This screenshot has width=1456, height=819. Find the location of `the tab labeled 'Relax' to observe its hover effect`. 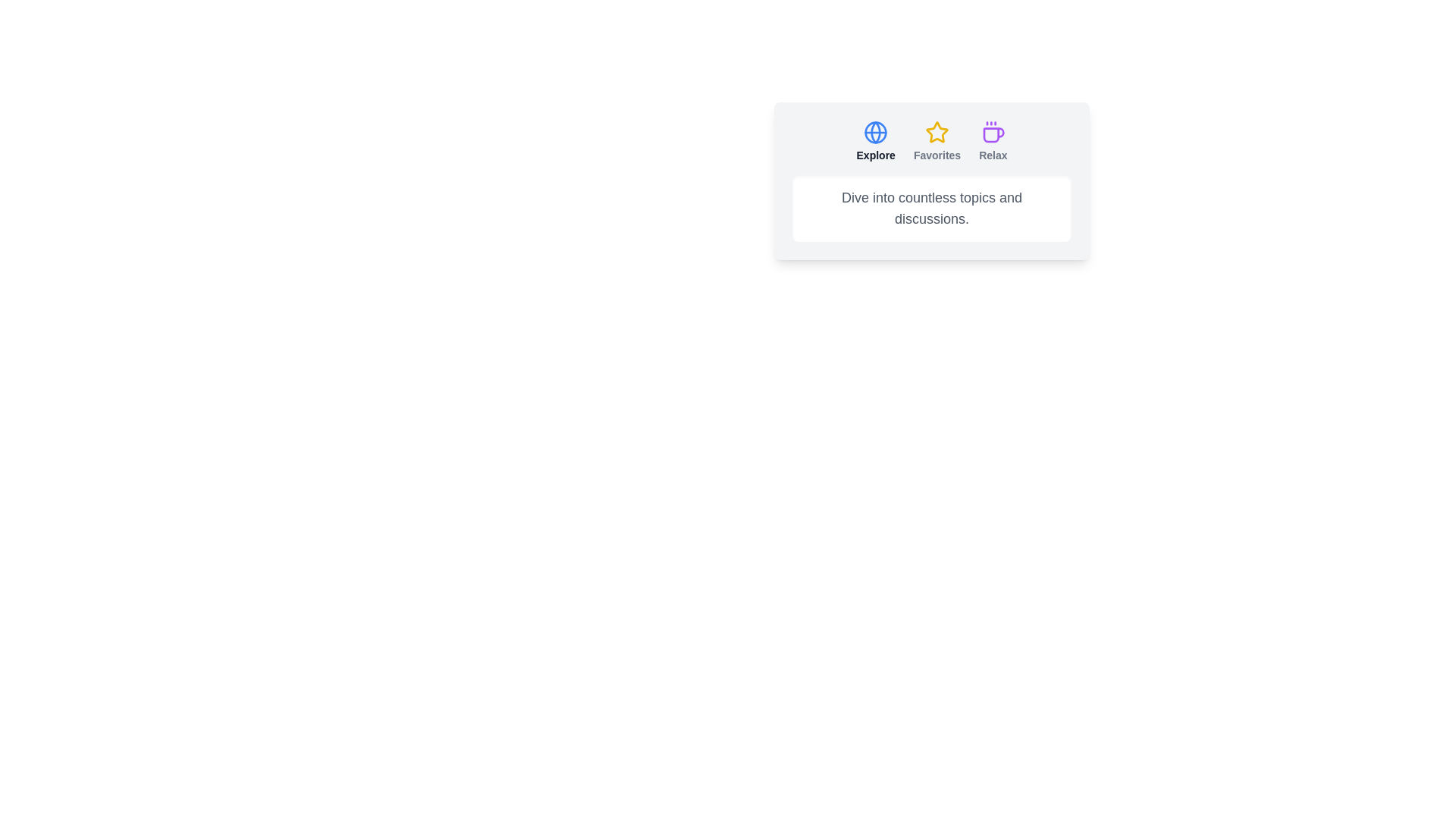

the tab labeled 'Relax' to observe its hover effect is located at coordinates (993, 141).